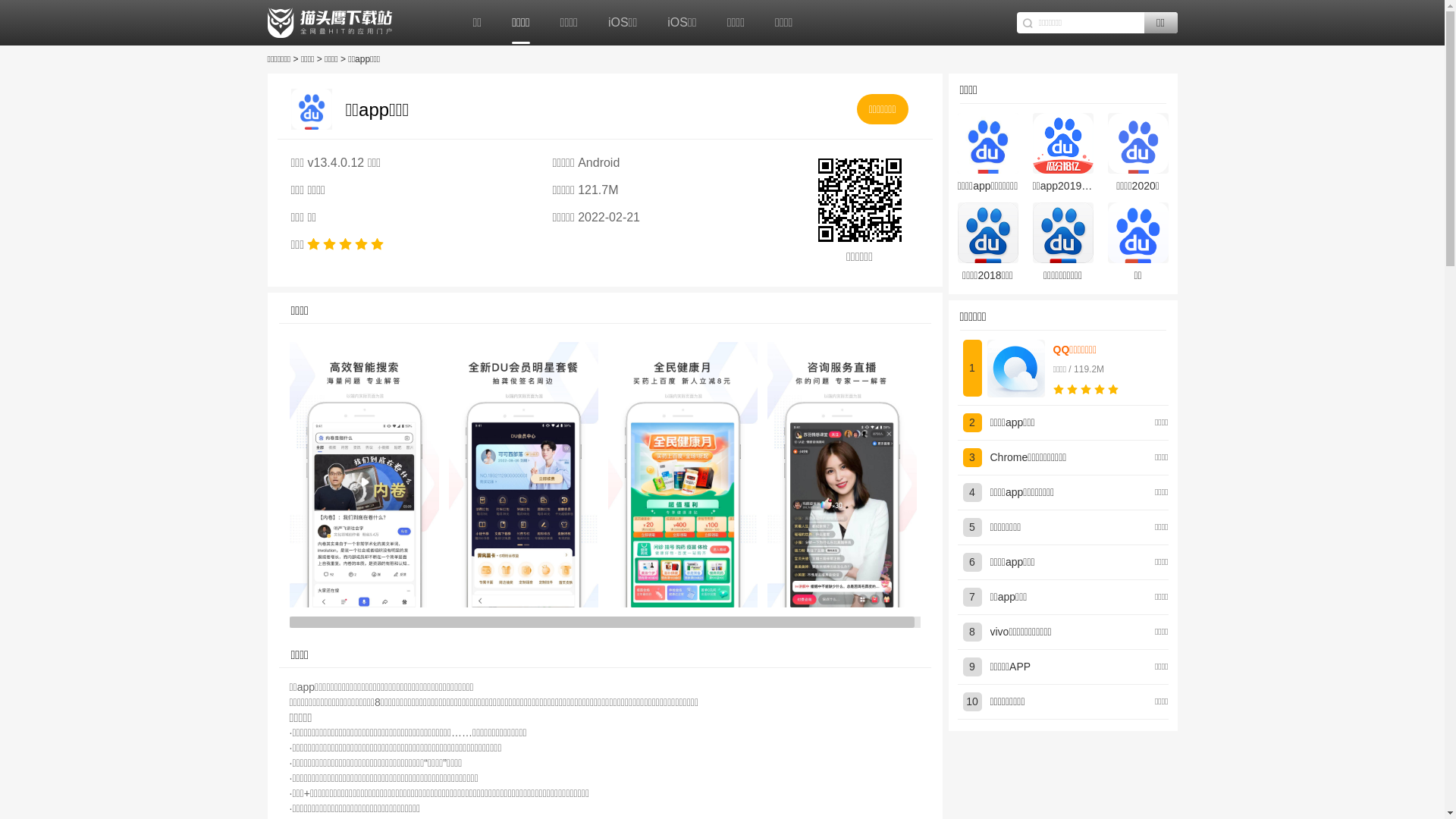  I want to click on 'http://www.36xiu.com/azsoft/4747.html', so click(858, 199).